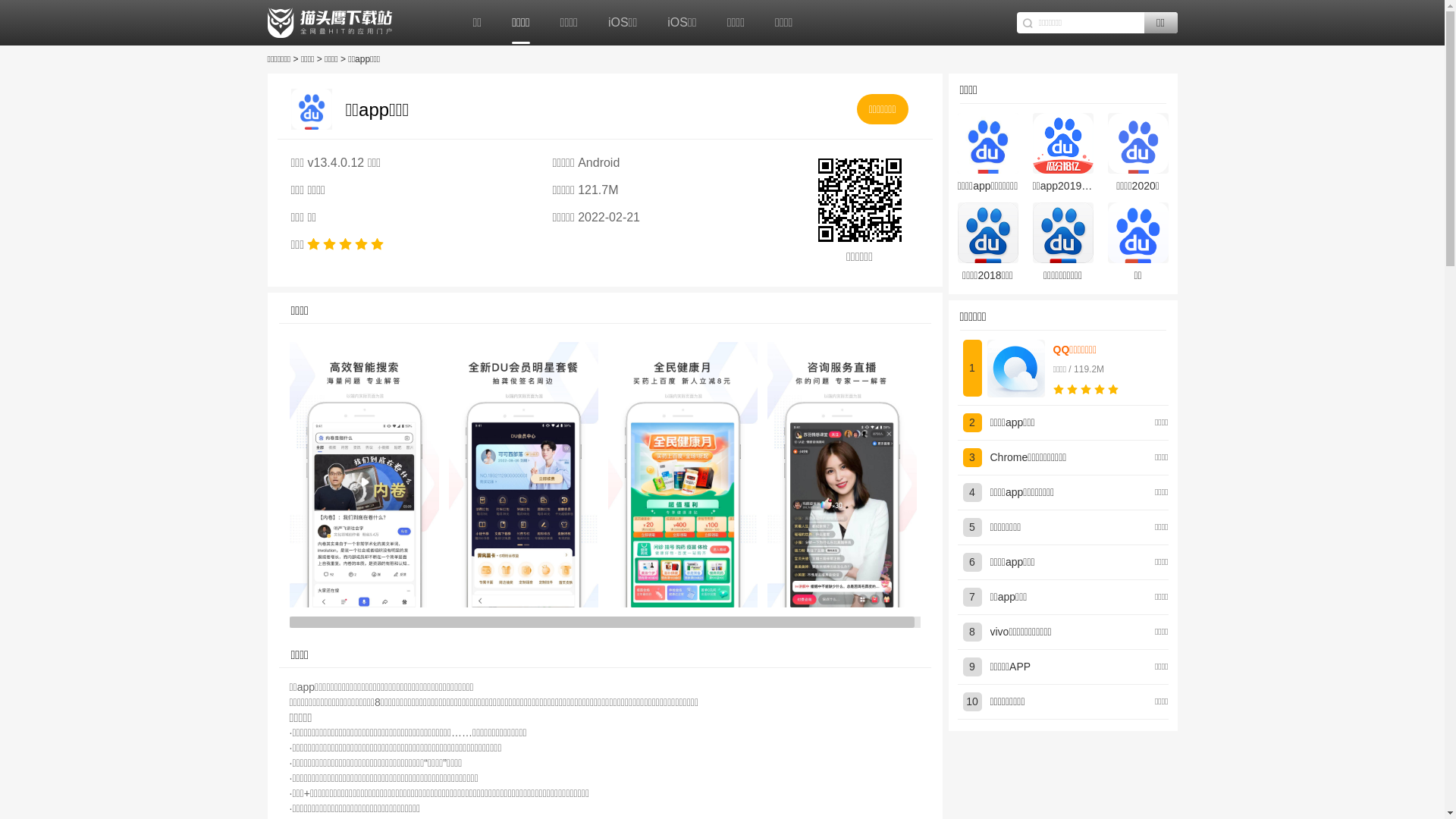  I want to click on 'http://www.36xiu.com/azsoft/4747.html', so click(858, 199).